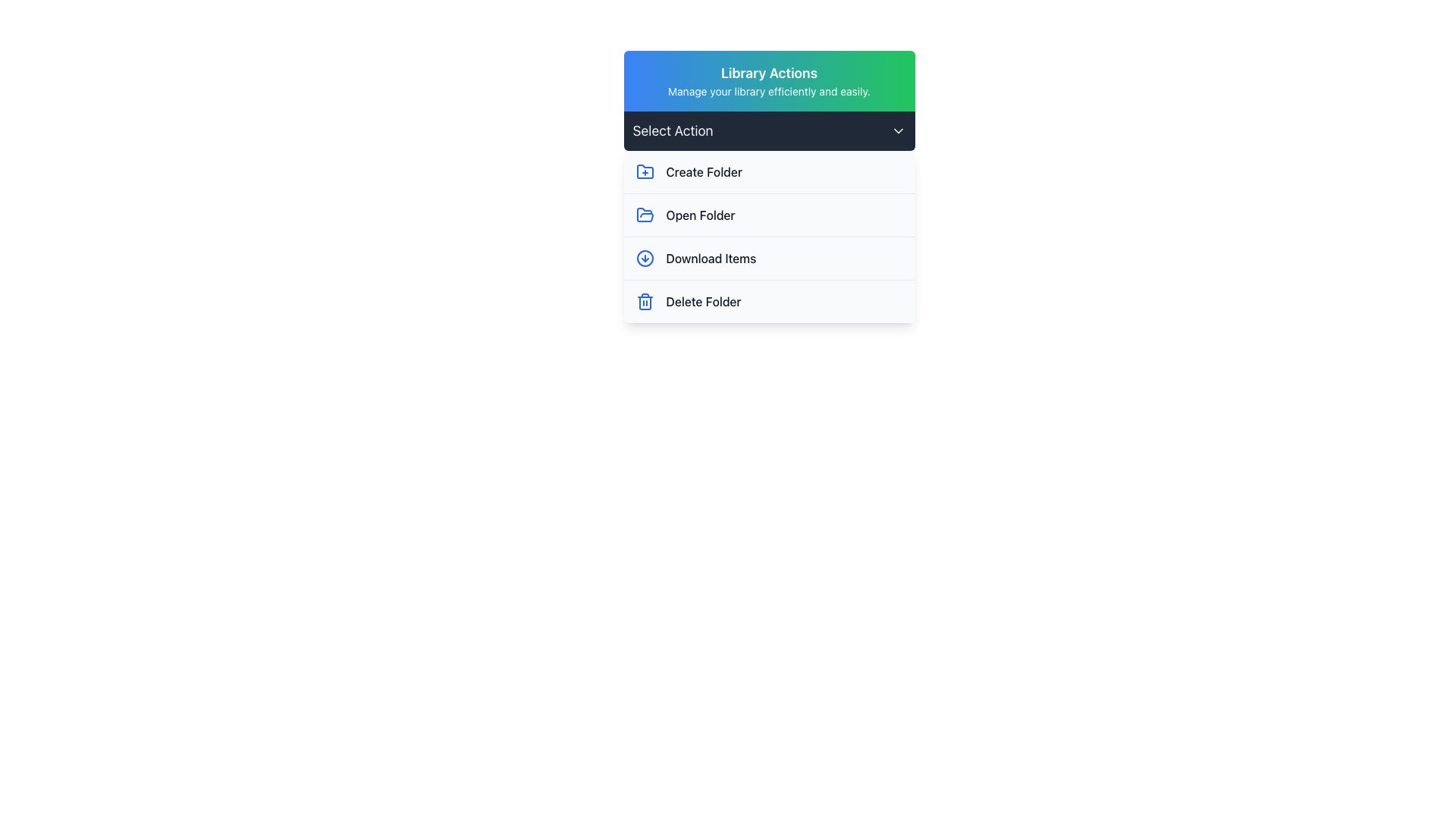  What do you see at coordinates (672, 130) in the screenshot?
I see `the text label that serves as a title for the dropdown menu, positioned to the left of the chevron-down icon` at bounding box center [672, 130].